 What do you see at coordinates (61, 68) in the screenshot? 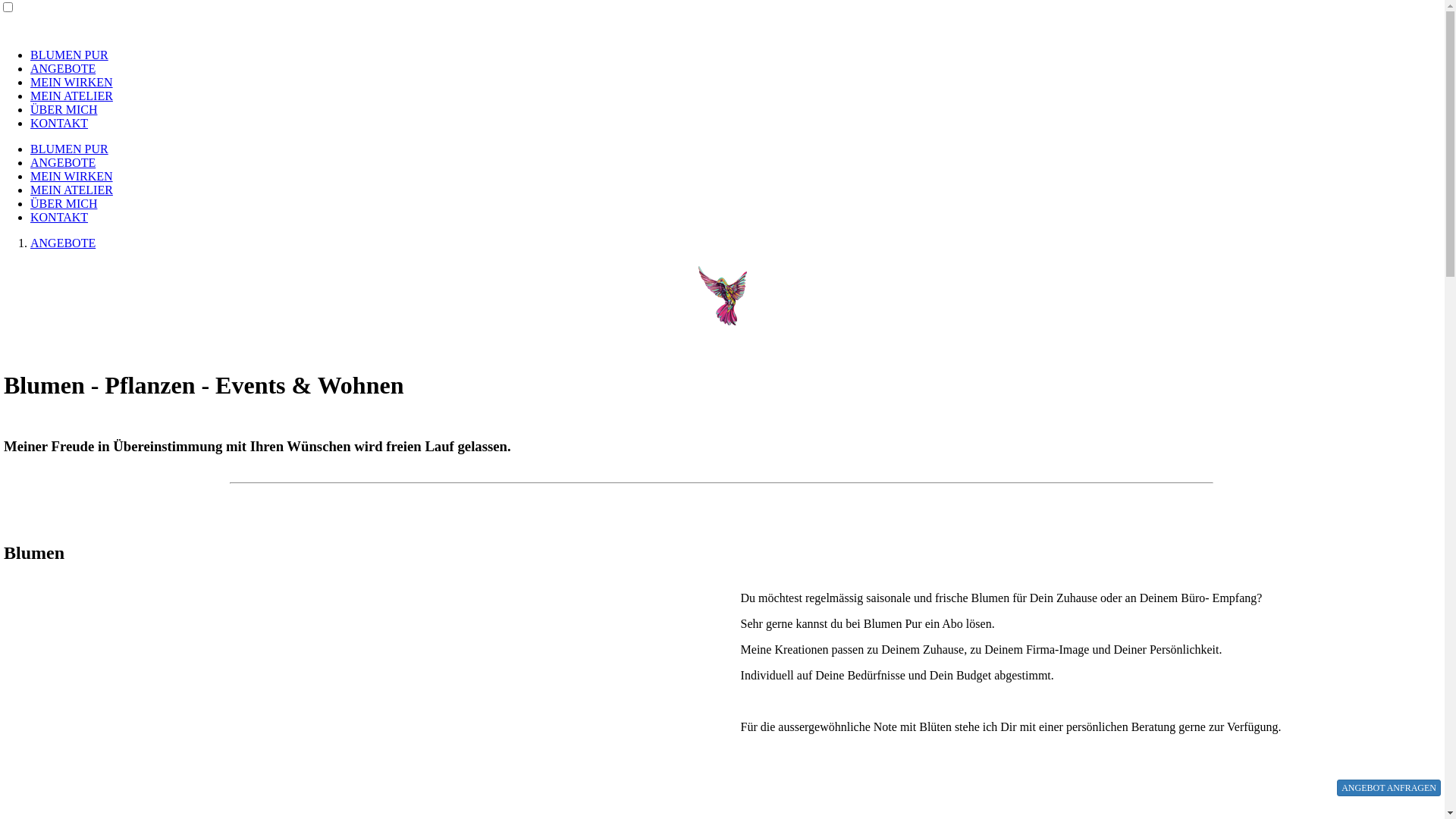
I see `'ANGEBOTE'` at bounding box center [61, 68].